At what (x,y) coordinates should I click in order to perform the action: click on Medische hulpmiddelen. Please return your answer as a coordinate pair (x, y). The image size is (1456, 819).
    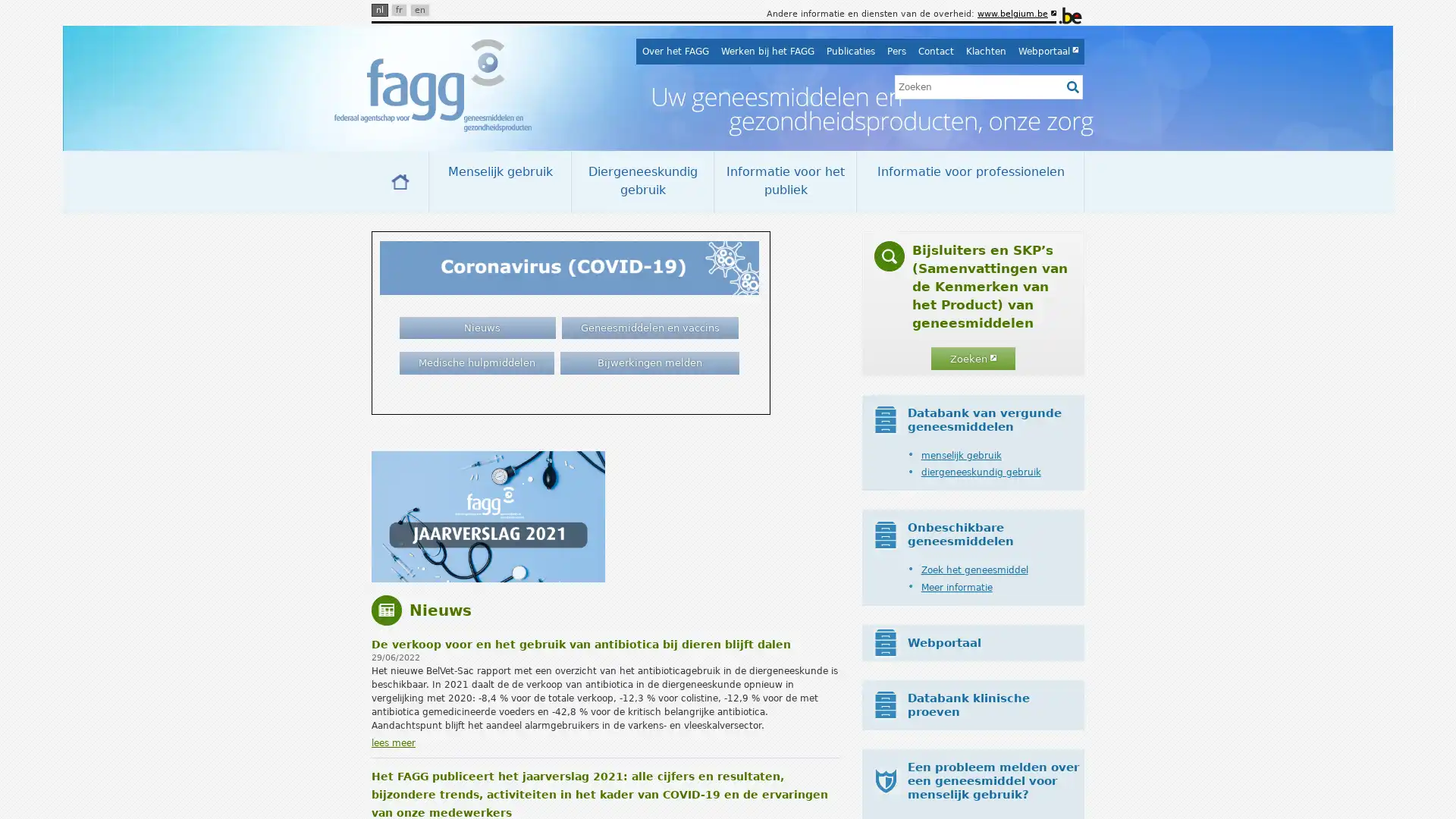
    Looking at the image, I should click on (475, 362).